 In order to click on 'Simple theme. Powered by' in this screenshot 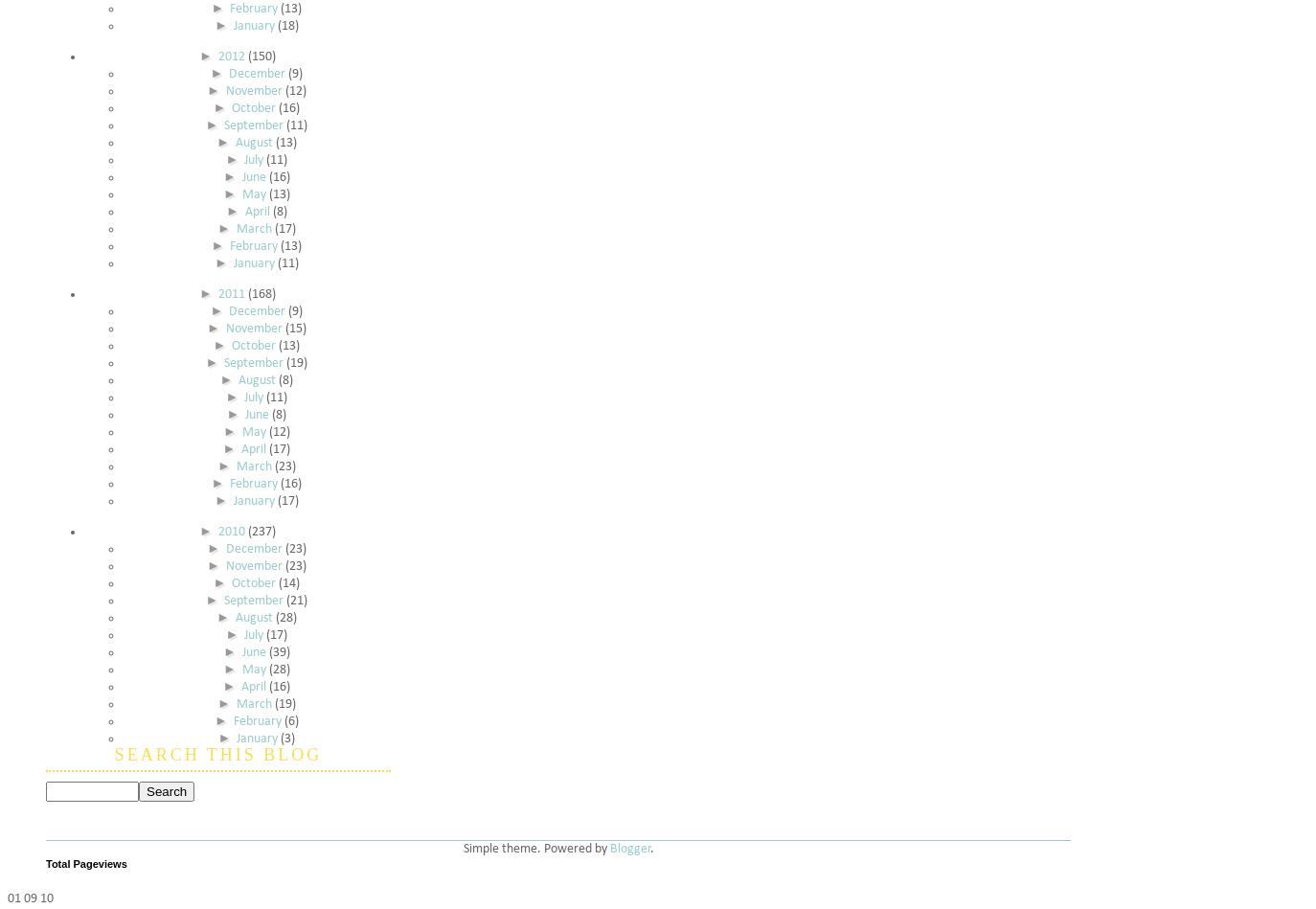, I will do `click(535, 848)`.